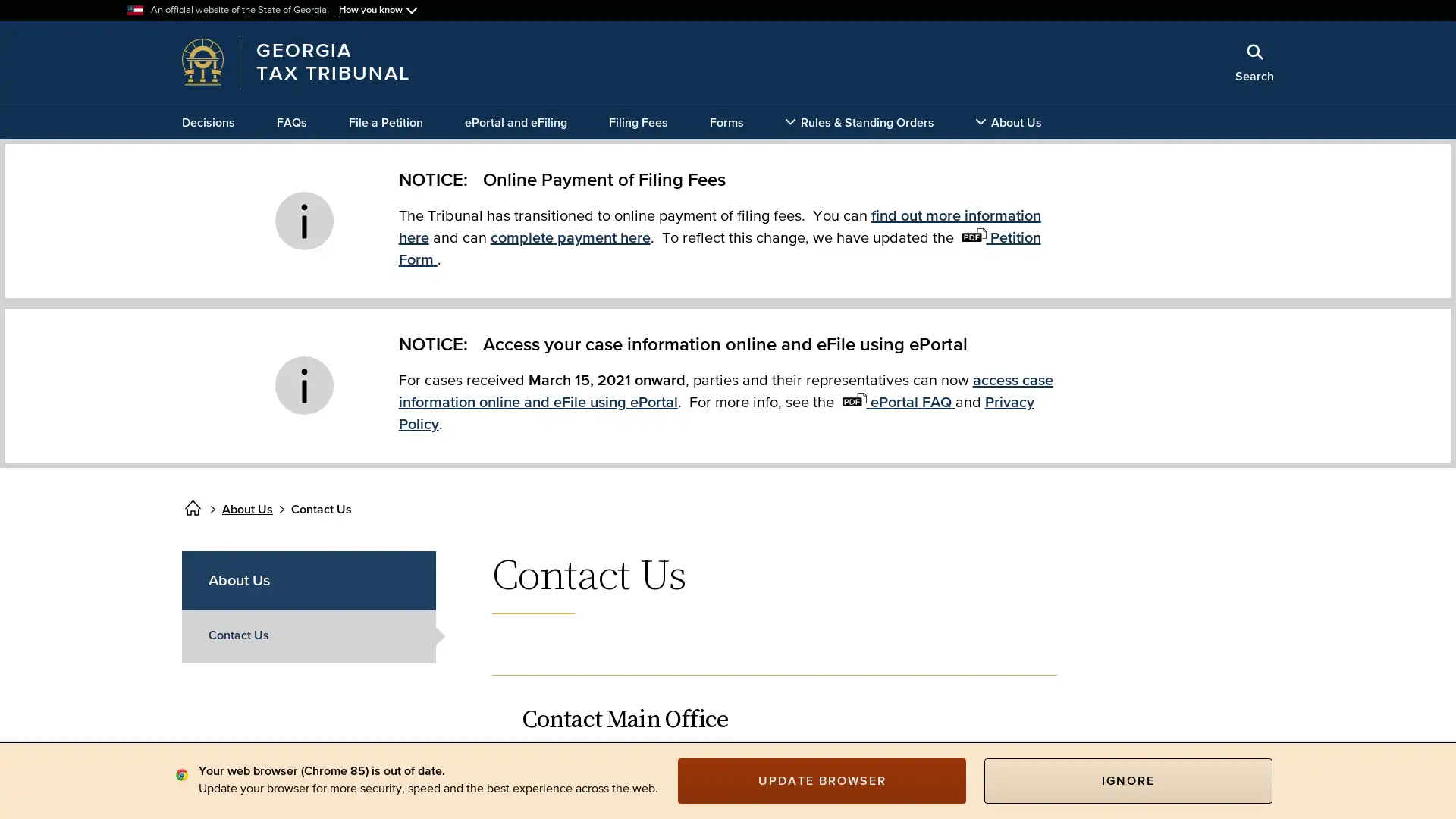  Describe the element at coordinates (1257, 47) in the screenshot. I see `Close` at that location.